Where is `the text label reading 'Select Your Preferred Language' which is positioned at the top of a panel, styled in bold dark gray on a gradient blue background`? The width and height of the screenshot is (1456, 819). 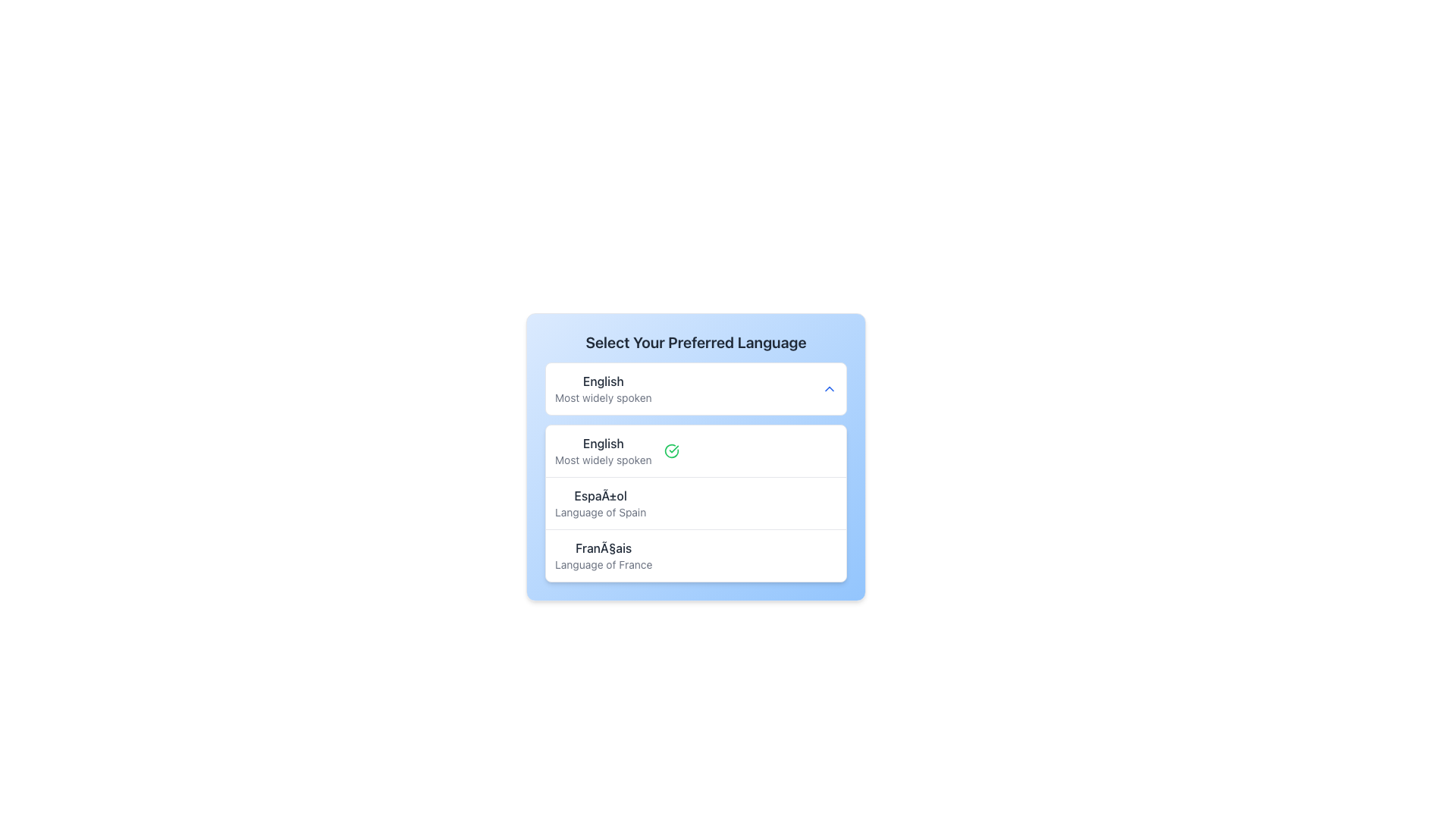 the text label reading 'Select Your Preferred Language' which is positioned at the top of a panel, styled in bold dark gray on a gradient blue background is located at coordinates (695, 342).